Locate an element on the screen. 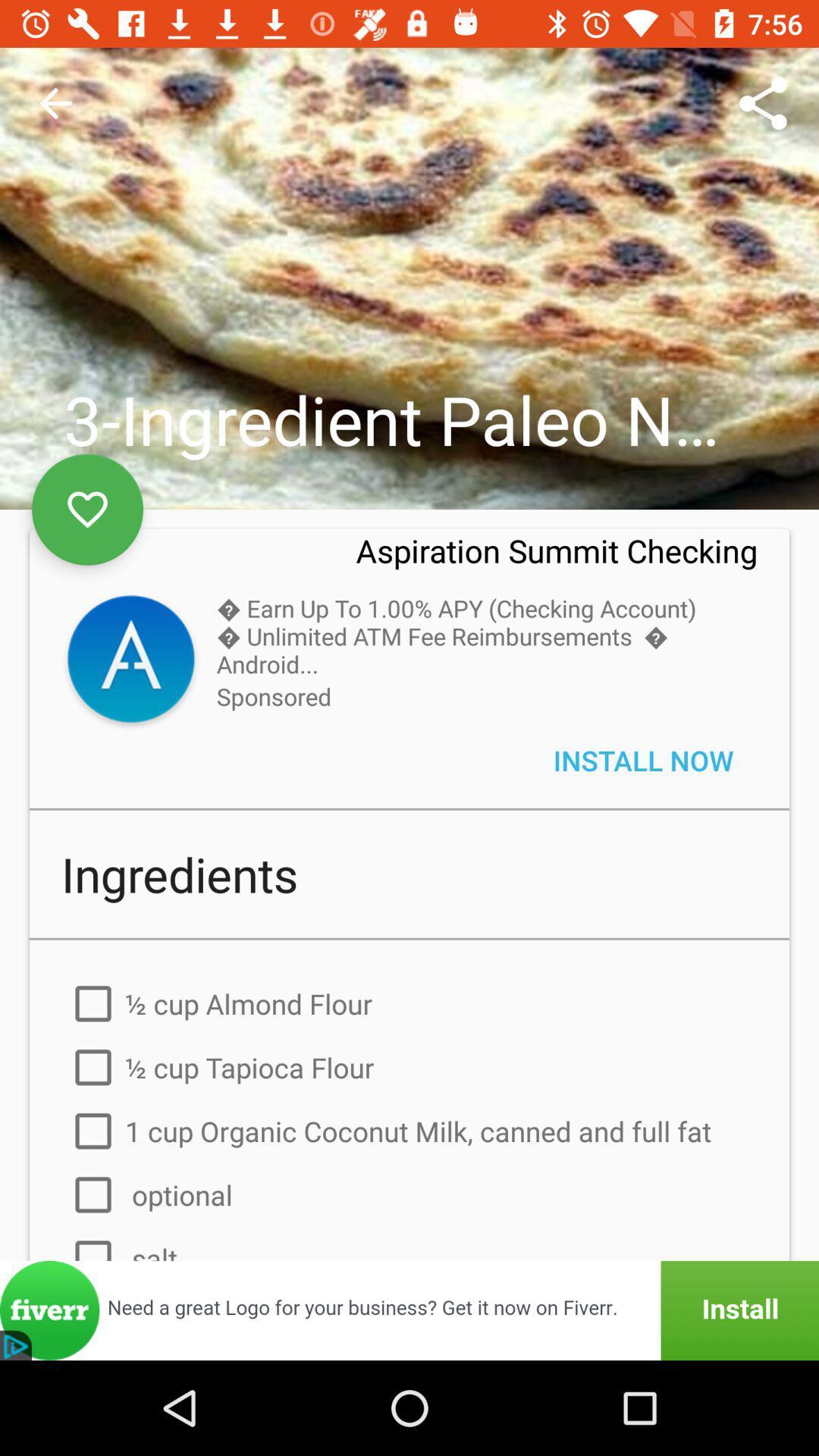 This screenshot has height=1456, width=819. the text which says 12 cup almond flour is located at coordinates (409, 1004).